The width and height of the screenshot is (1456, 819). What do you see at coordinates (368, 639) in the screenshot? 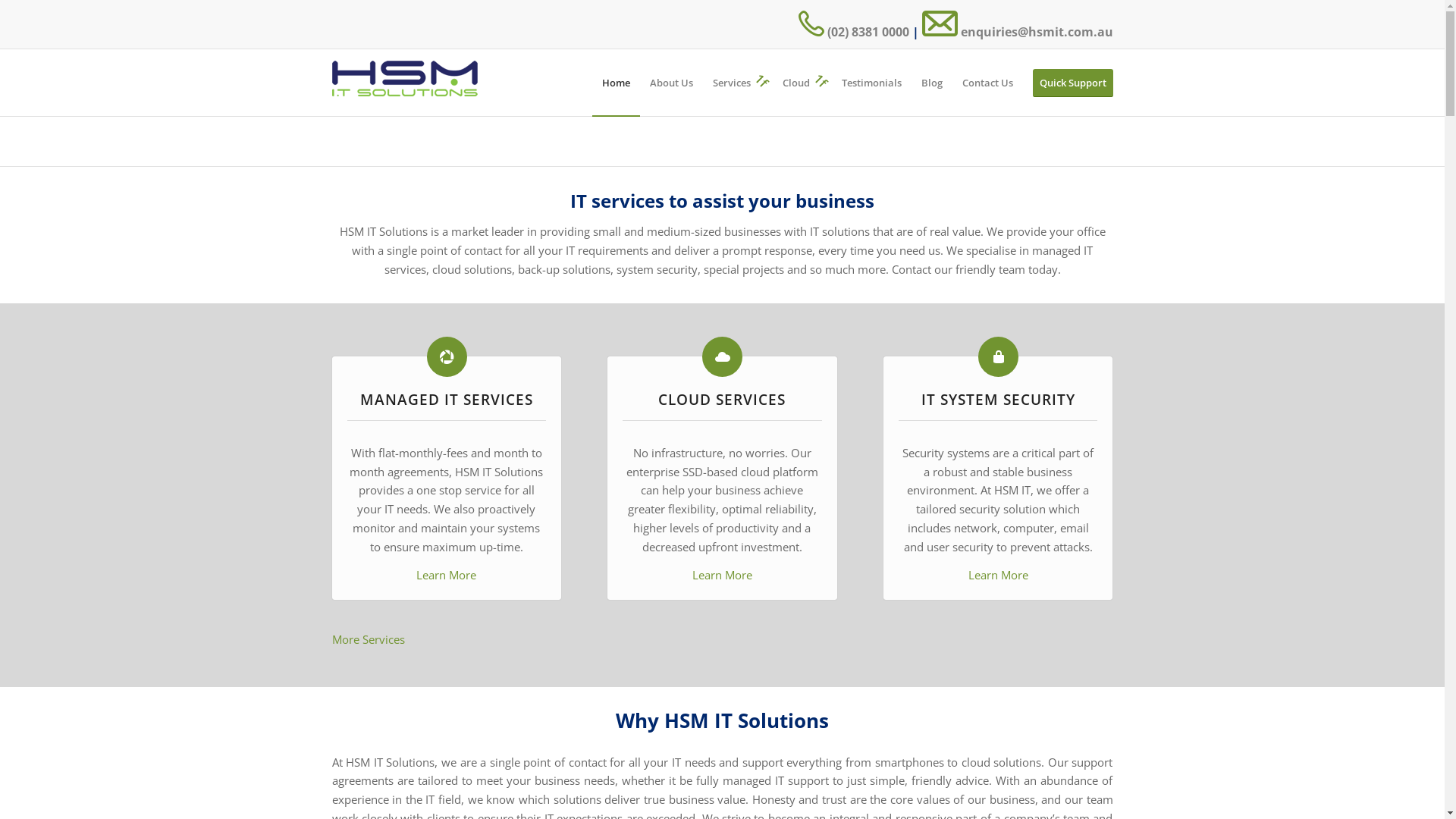
I see `'More Services'` at bounding box center [368, 639].